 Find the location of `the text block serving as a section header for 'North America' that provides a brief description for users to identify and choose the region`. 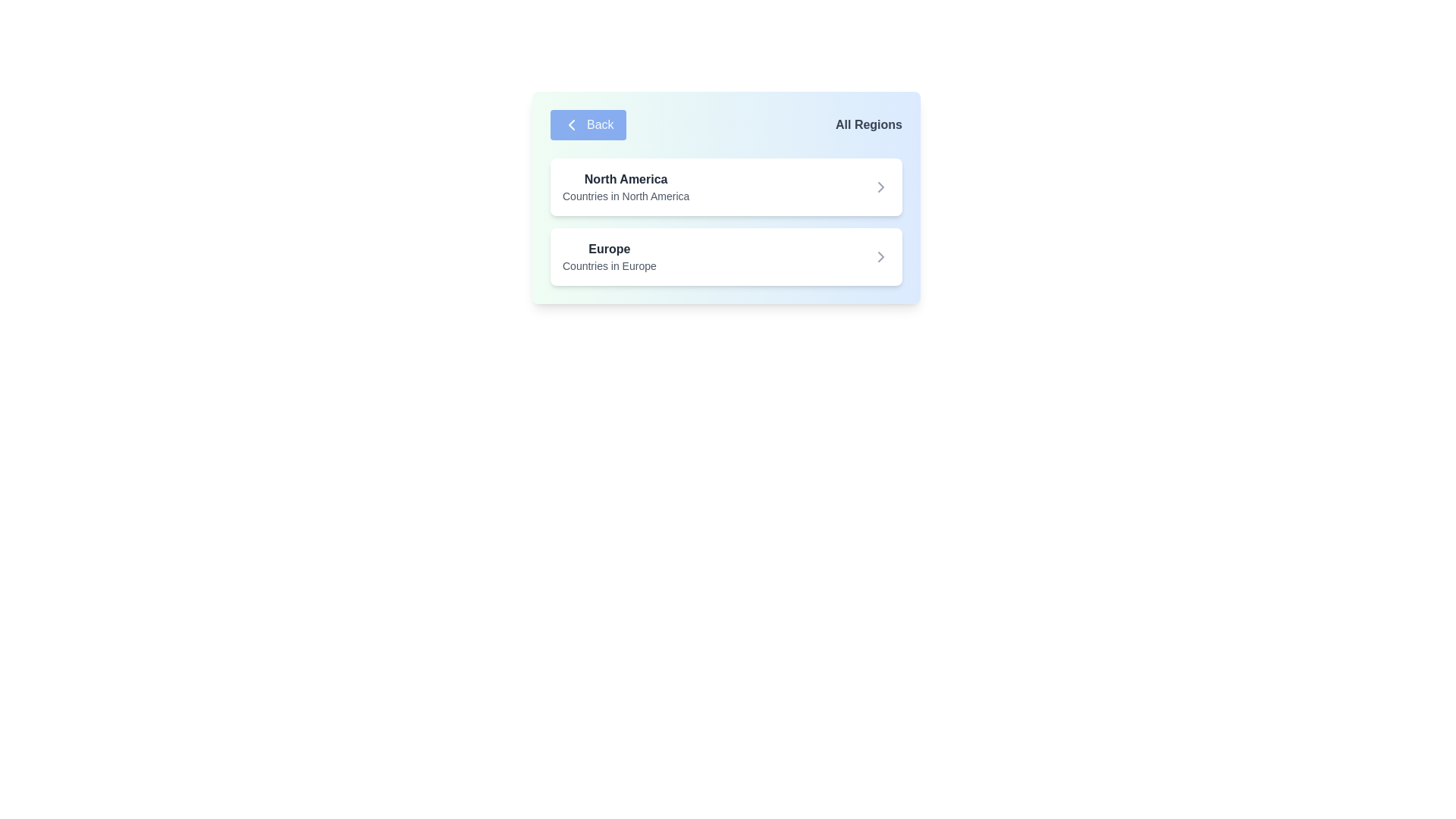

the text block serving as a section header for 'North America' that provides a brief description for users to identify and choose the region is located at coordinates (626, 186).